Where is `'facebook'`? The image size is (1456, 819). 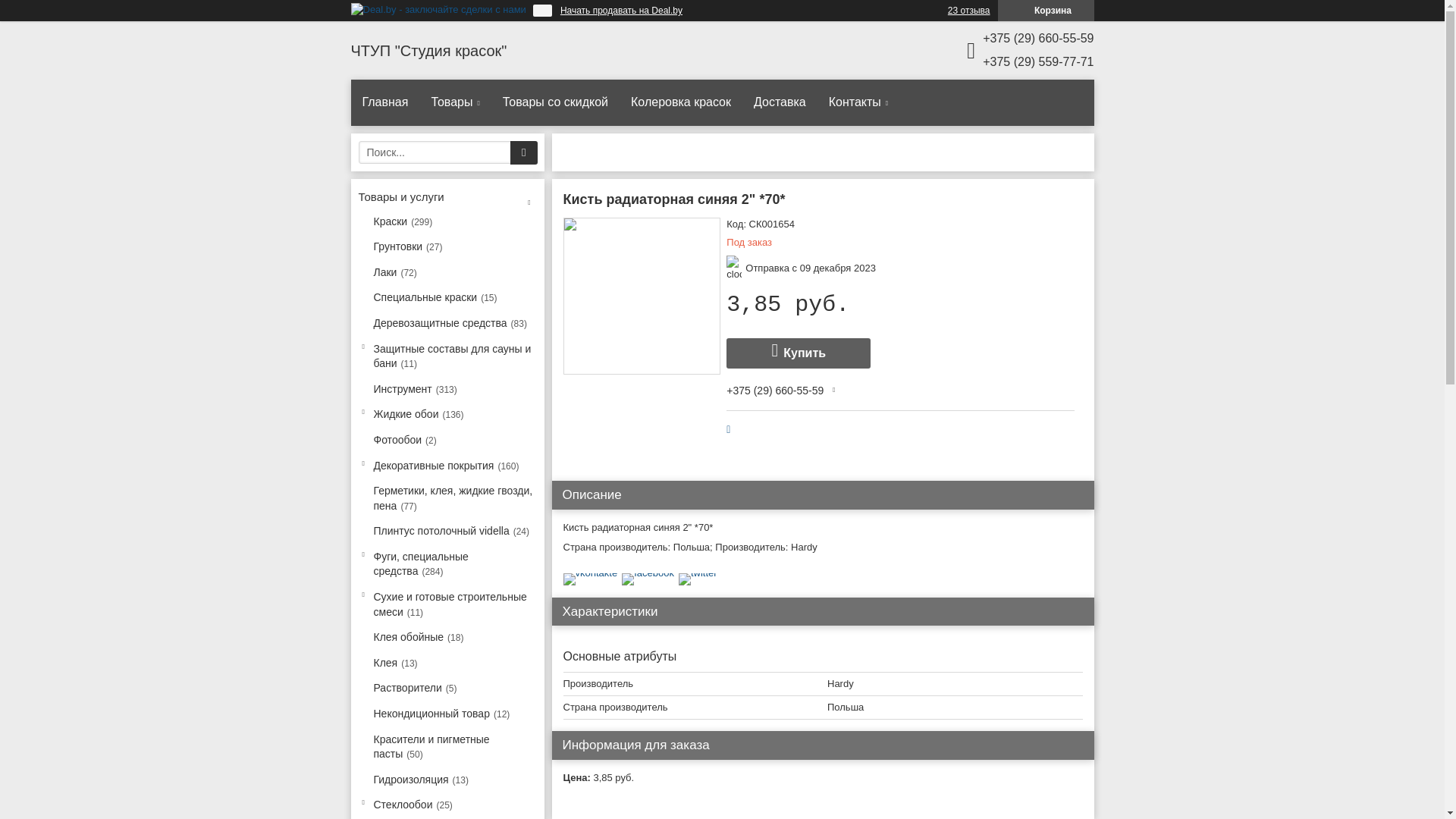
'facebook' is located at coordinates (622, 573).